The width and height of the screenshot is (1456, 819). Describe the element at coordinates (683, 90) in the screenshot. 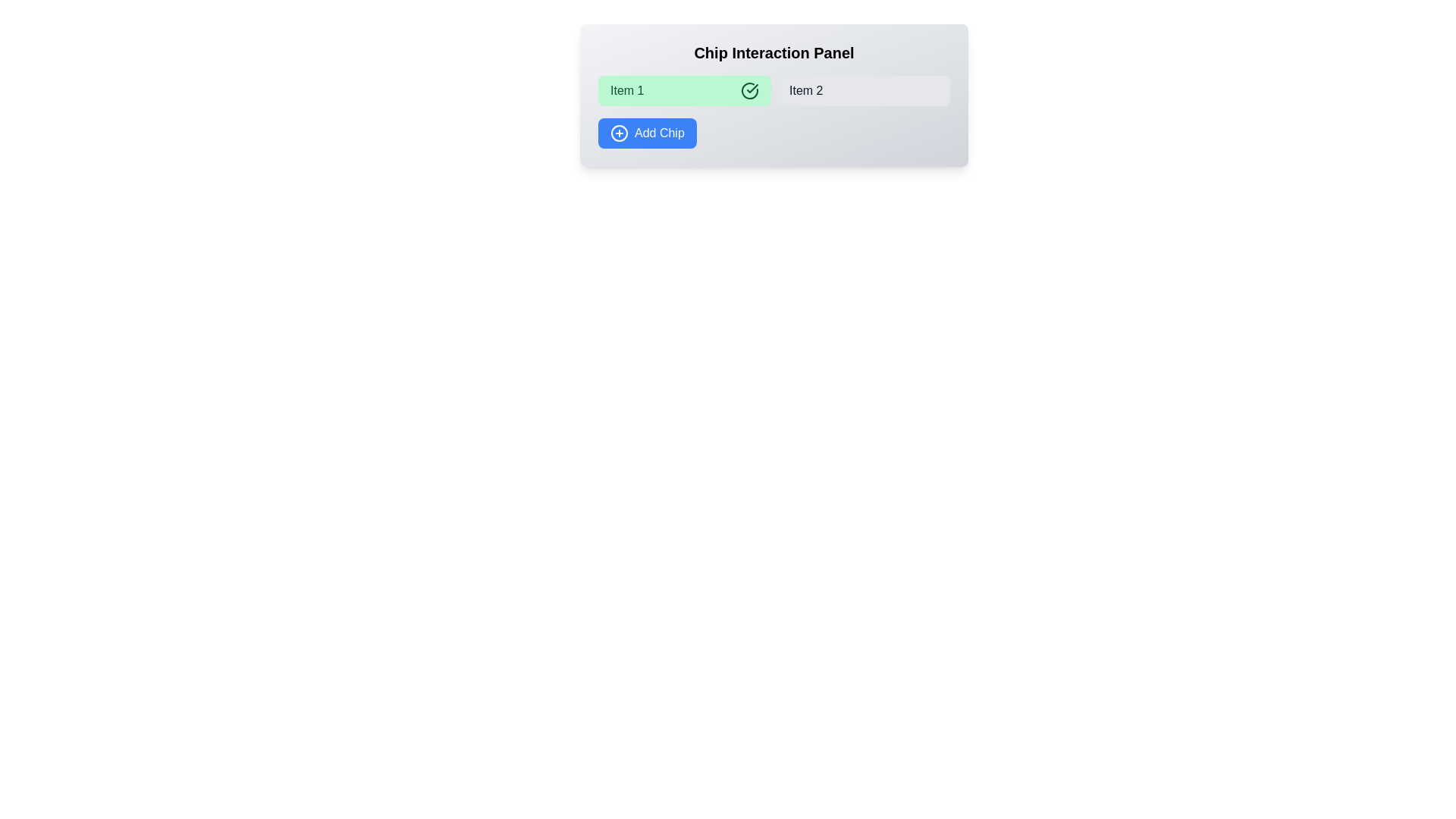

I see `the chip labeled Item 1` at that location.